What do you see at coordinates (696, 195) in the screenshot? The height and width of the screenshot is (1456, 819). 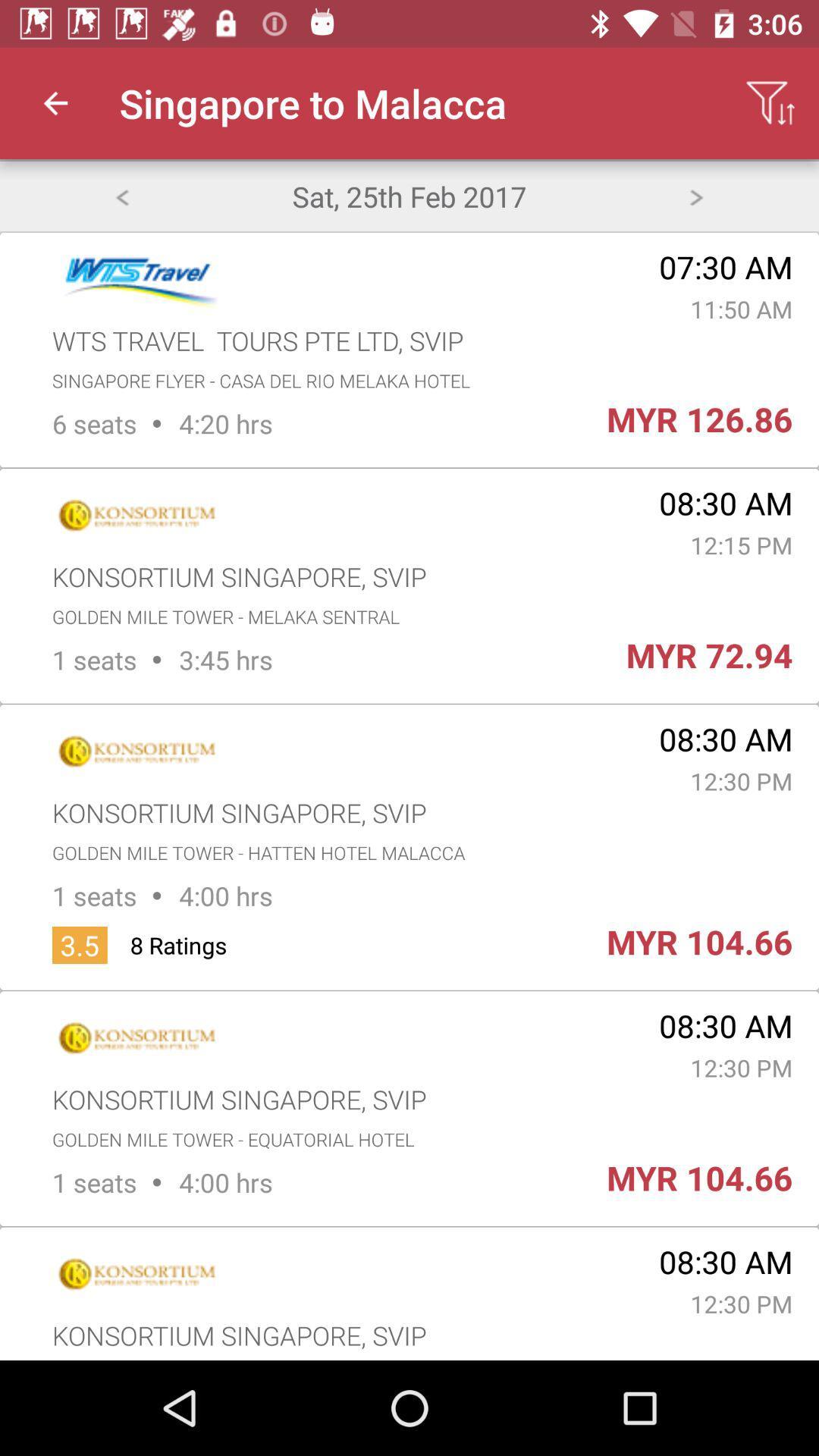 I see `next days events` at bounding box center [696, 195].